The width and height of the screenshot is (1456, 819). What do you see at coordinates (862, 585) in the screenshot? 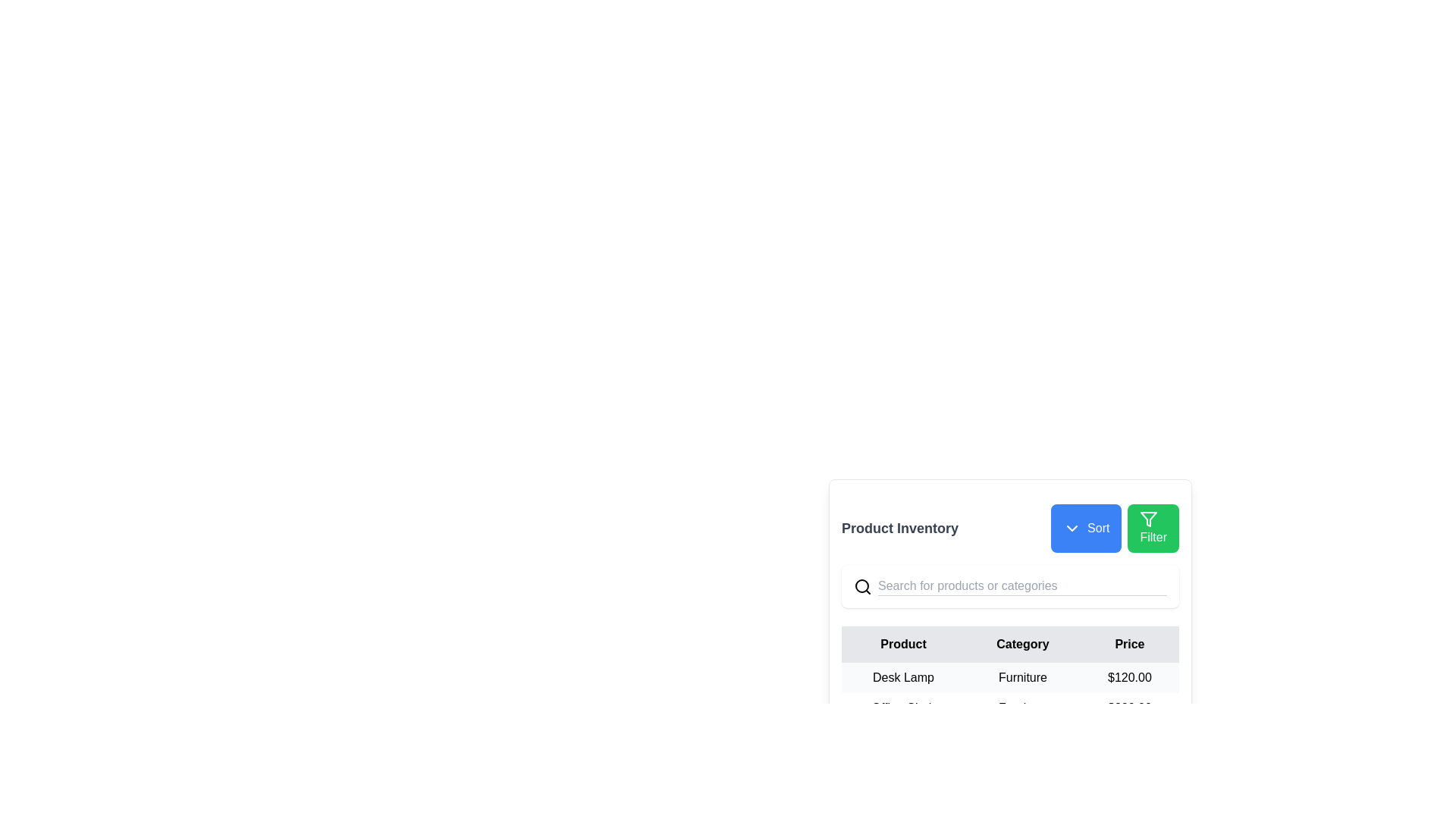
I see `the circular magnifying glass search icon located on the left side of the search bar to initiate a search` at bounding box center [862, 585].